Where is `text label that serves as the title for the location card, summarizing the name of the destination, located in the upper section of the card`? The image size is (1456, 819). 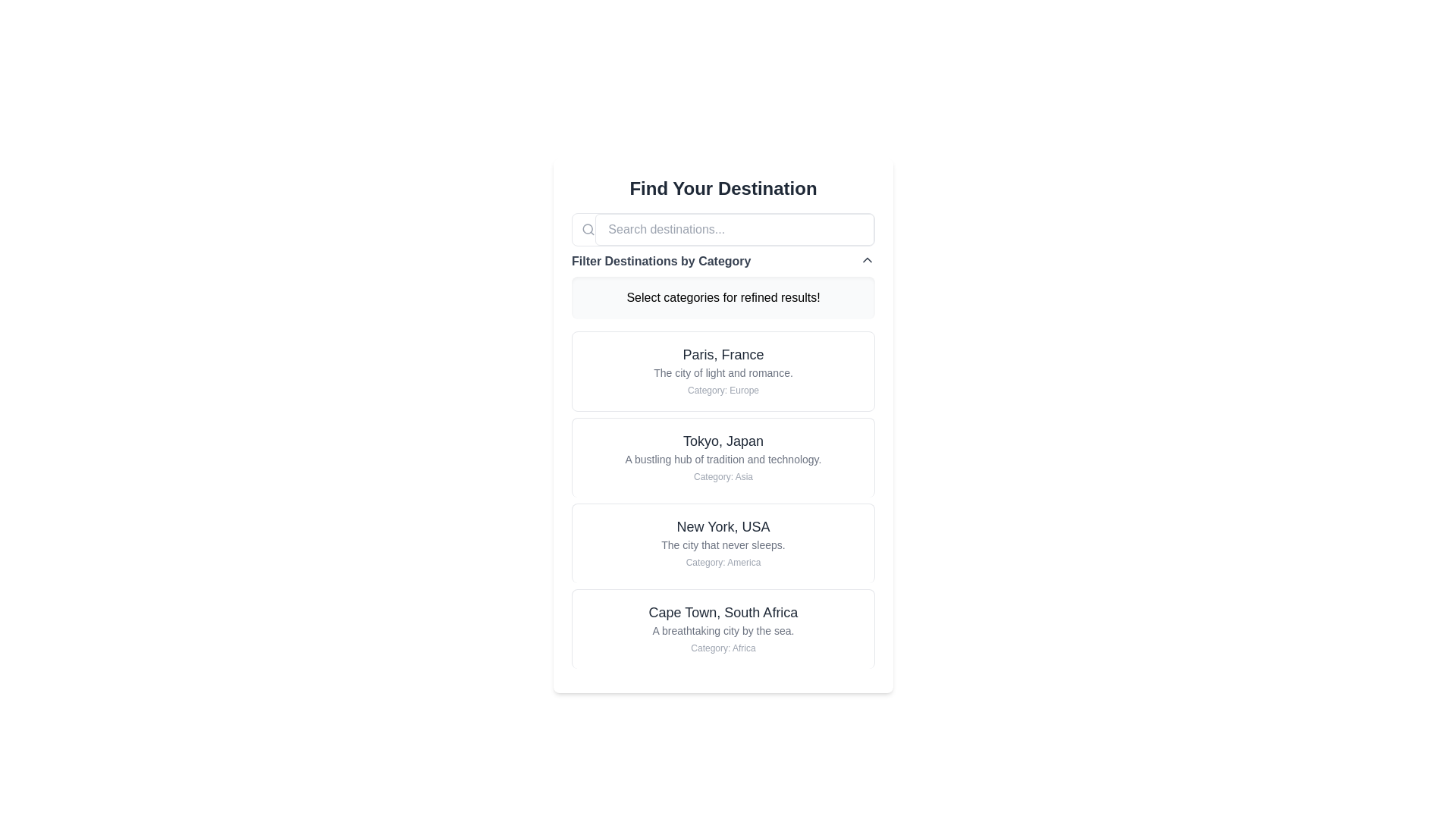 text label that serves as the title for the location card, summarizing the name of the destination, located in the upper section of the card is located at coordinates (723, 354).